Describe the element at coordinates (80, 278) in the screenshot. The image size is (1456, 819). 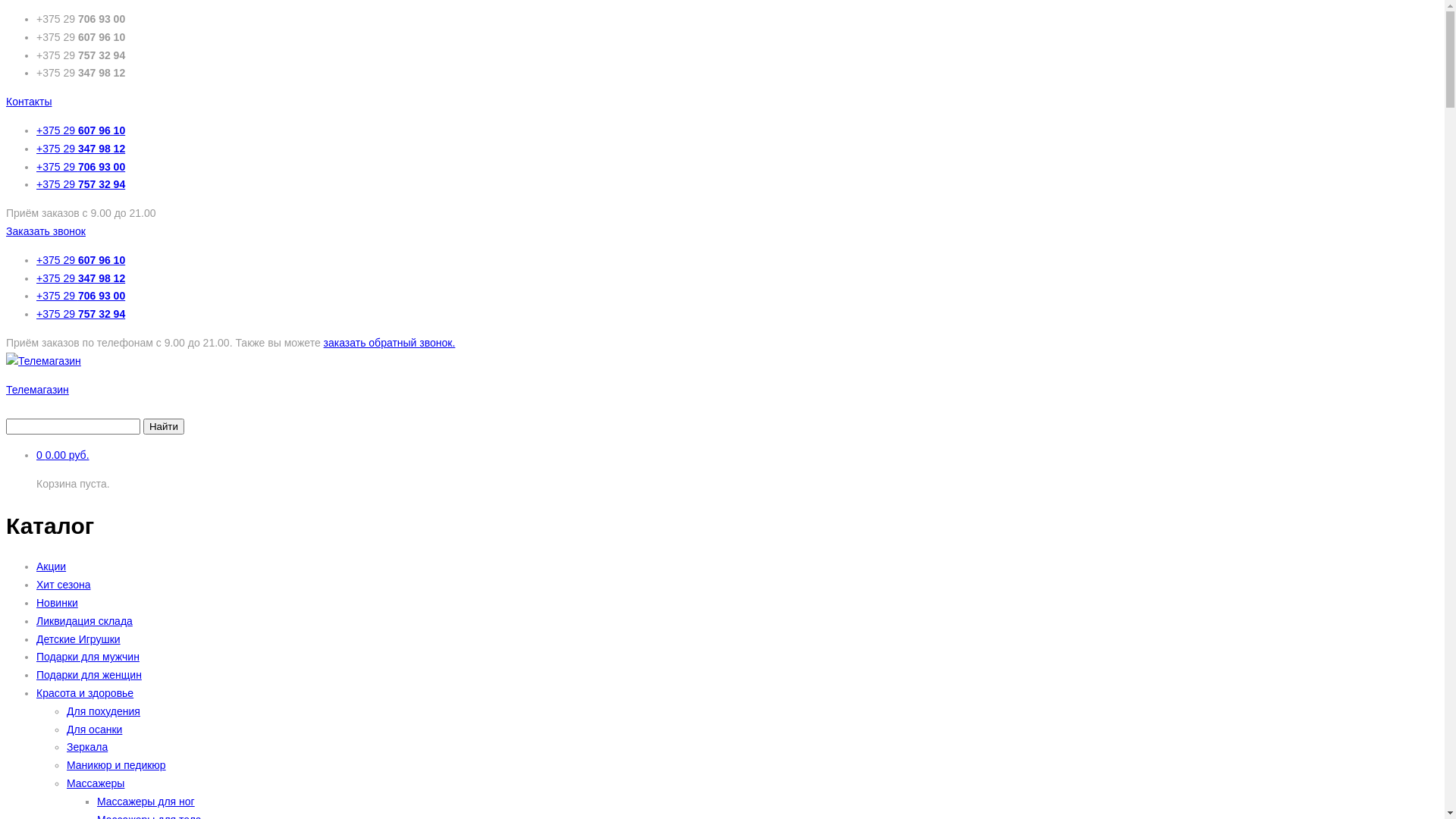
I see `'+375 29 347 98 12'` at that location.